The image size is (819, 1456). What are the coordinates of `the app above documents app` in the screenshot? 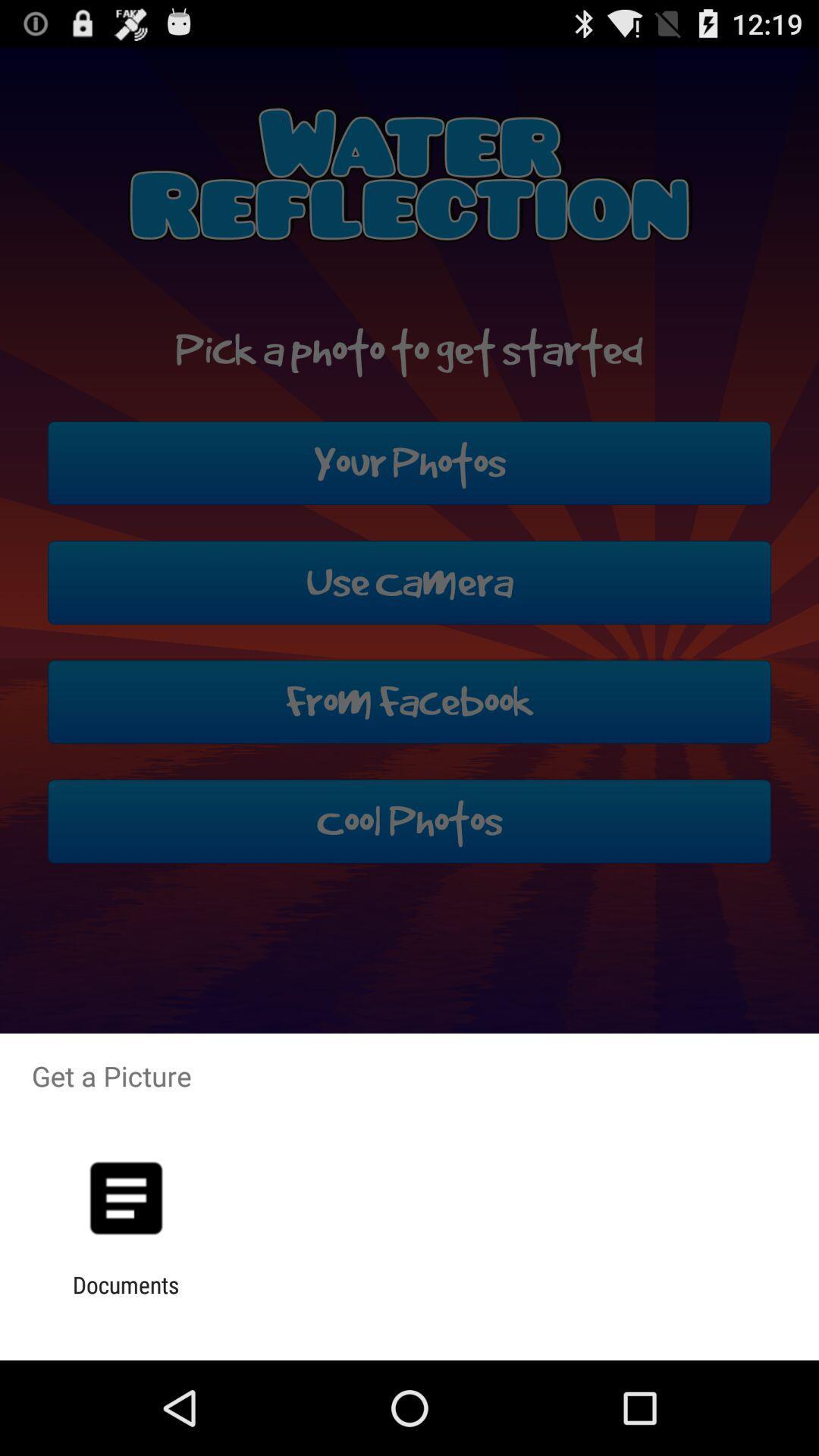 It's located at (125, 1197).